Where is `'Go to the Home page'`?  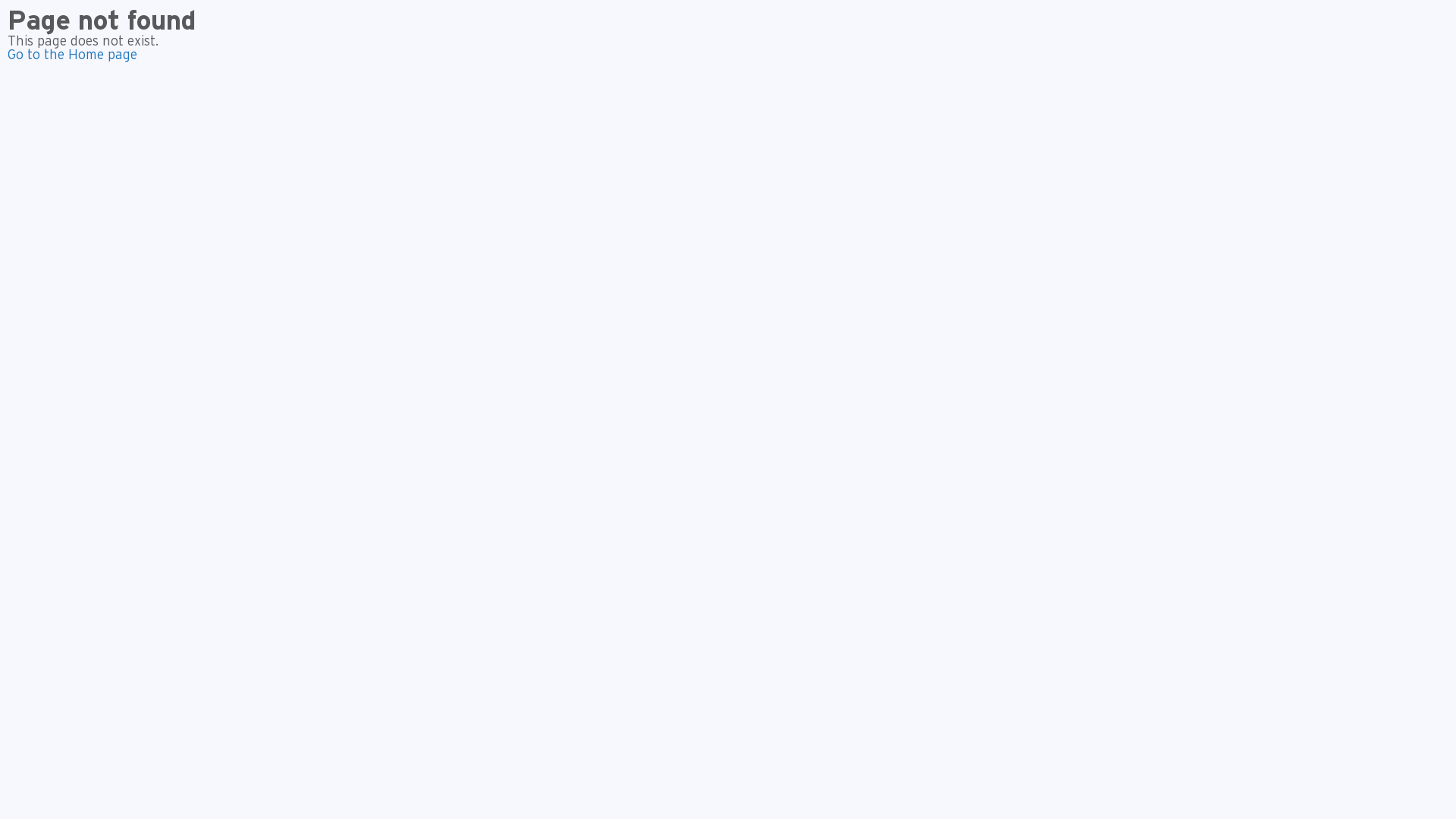 'Go to the Home page' is located at coordinates (71, 55).